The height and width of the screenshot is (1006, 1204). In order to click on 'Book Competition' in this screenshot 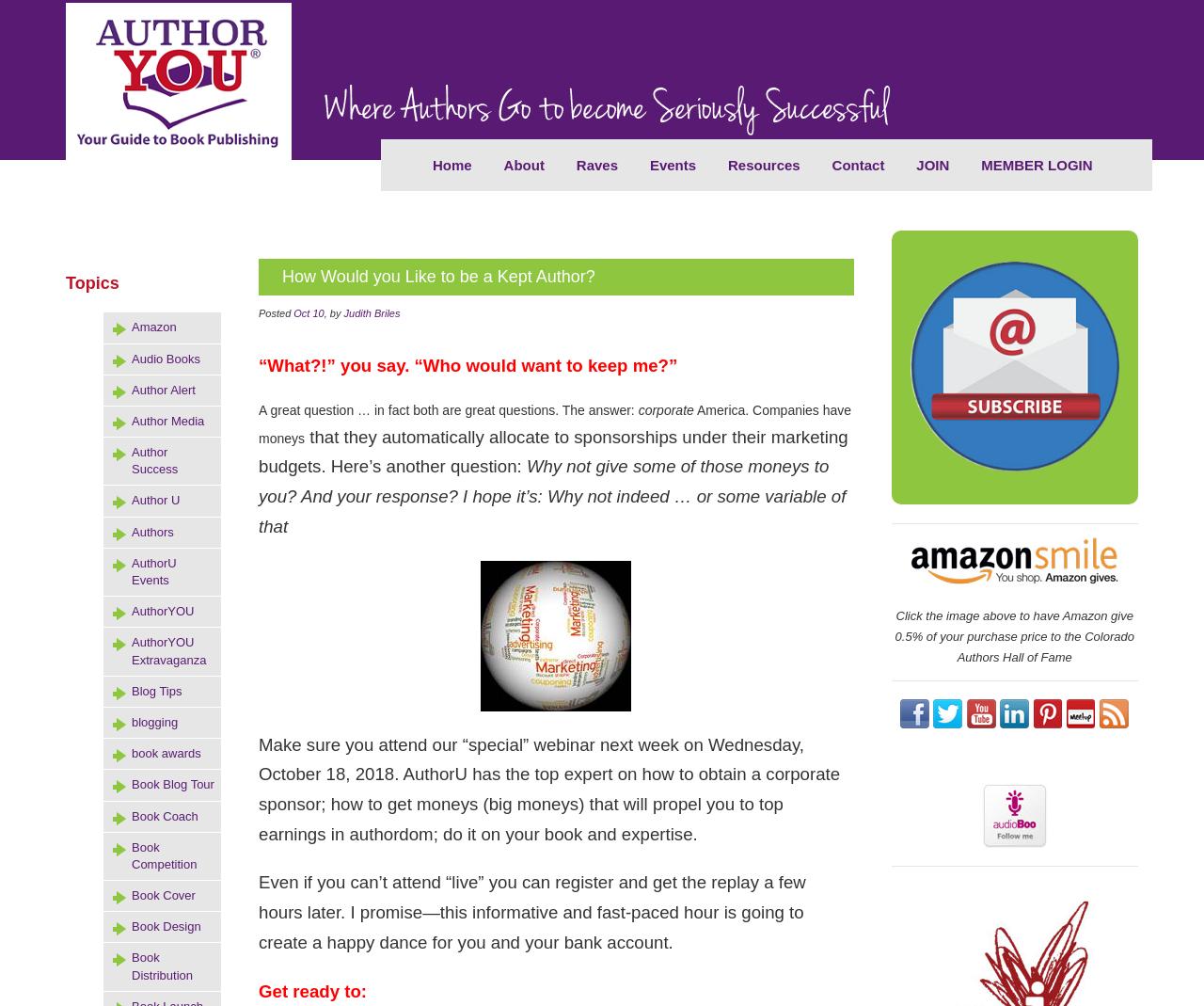, I will do `click(164, 854)`.